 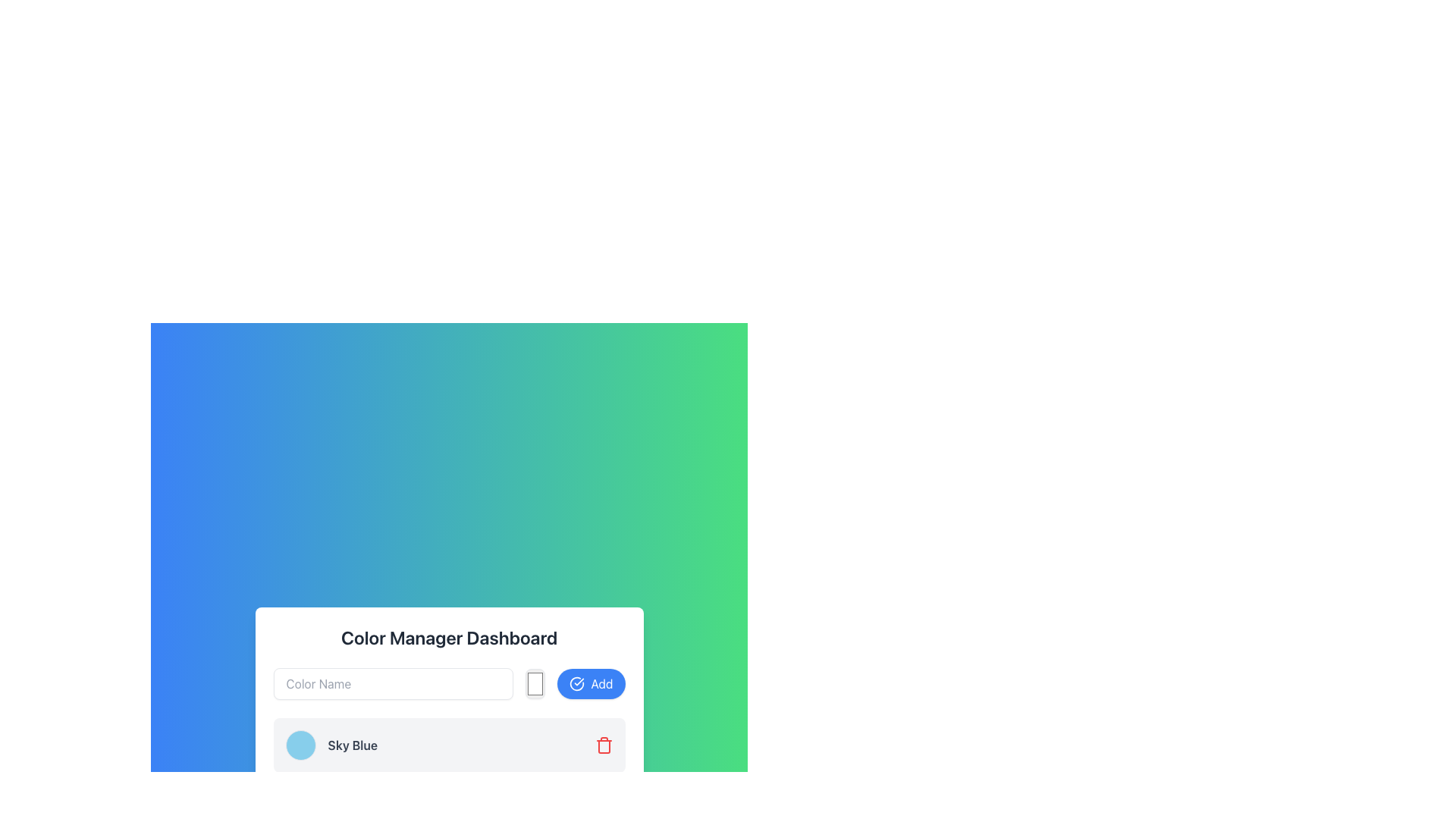 I want to click on the delete button located in the far-right portion of the 'Sky Blue' card widget, so click(x=603, y=745).